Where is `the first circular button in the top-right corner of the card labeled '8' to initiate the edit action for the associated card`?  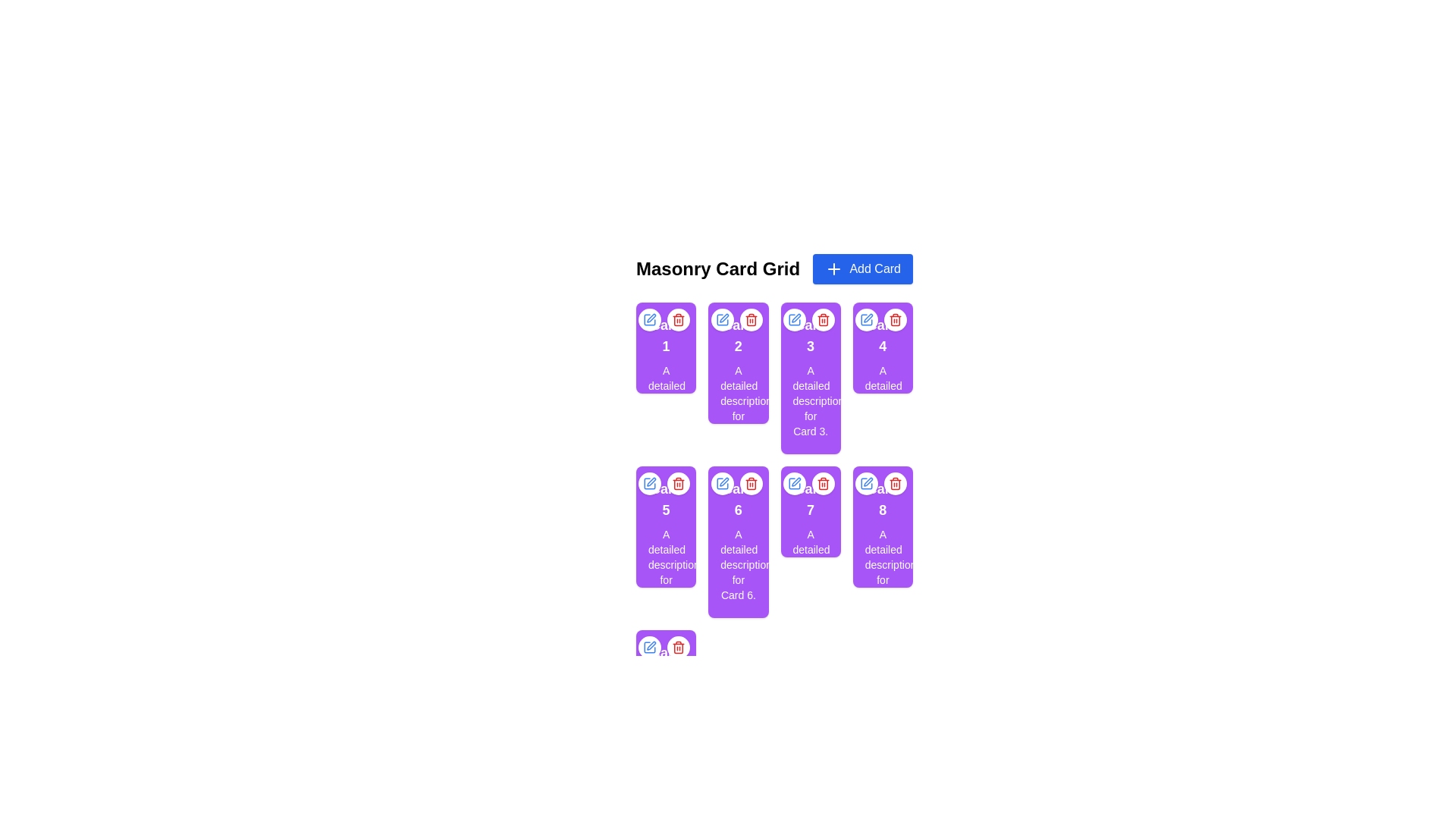 the first circular button in the top-right corner of the card labeled '8' to initiate the edit action for the associated card is located at coordinates (866, 483).